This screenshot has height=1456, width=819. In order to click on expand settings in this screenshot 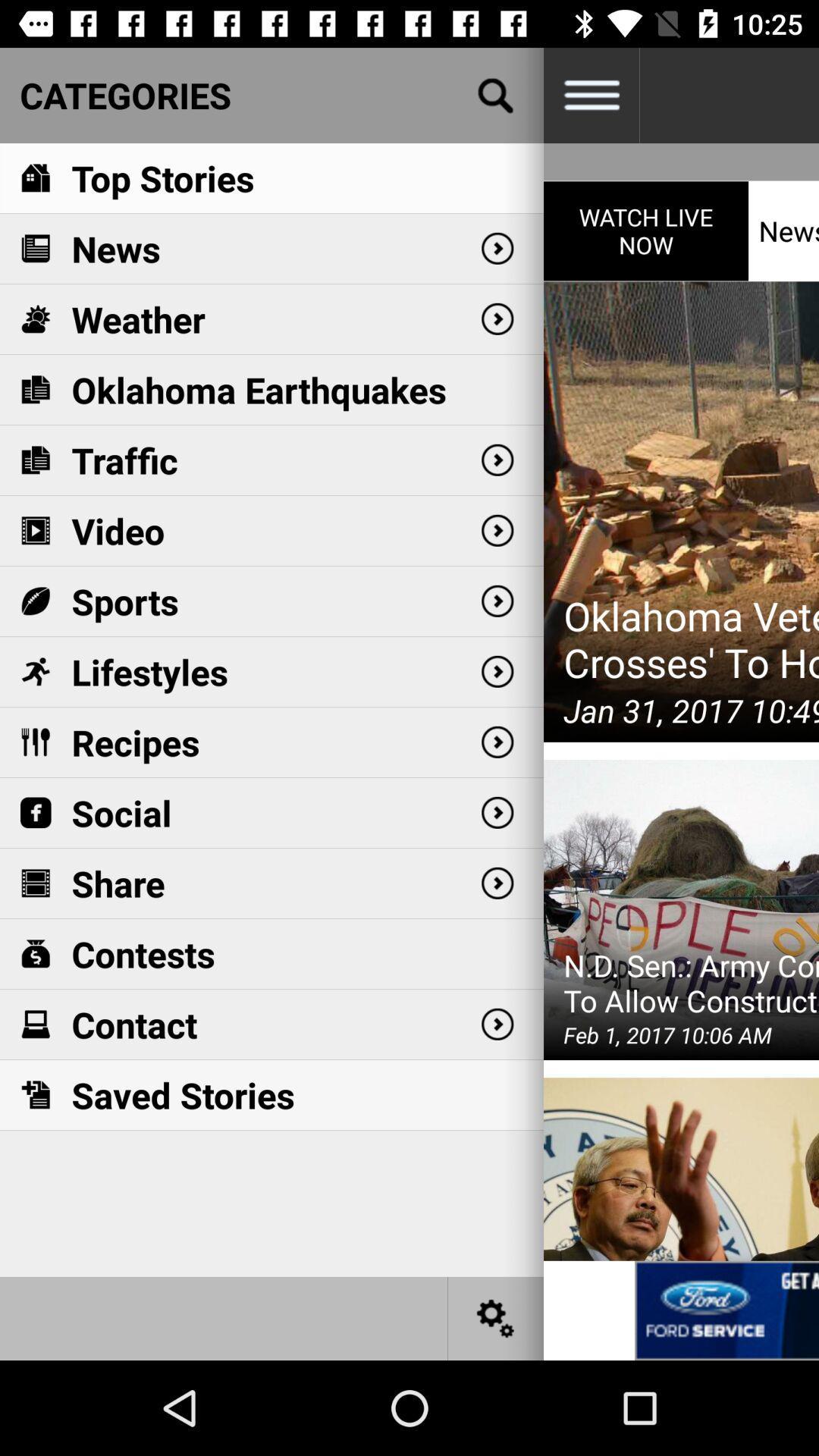, I will do `click(590, 94)`.